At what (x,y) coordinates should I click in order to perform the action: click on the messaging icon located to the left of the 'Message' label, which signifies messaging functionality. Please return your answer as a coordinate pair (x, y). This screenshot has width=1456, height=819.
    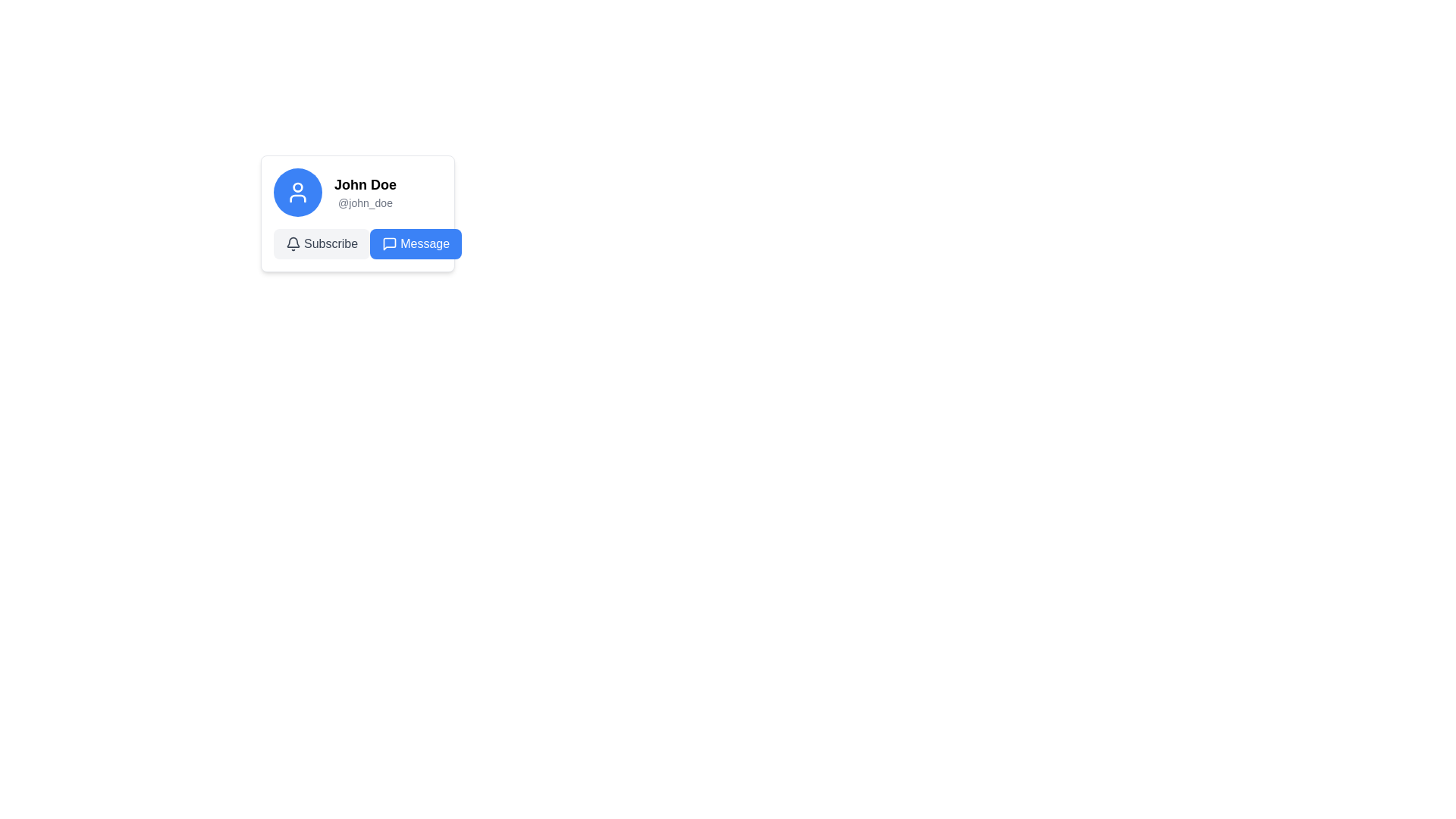
    Looking at the image, I should click on (390, 243).